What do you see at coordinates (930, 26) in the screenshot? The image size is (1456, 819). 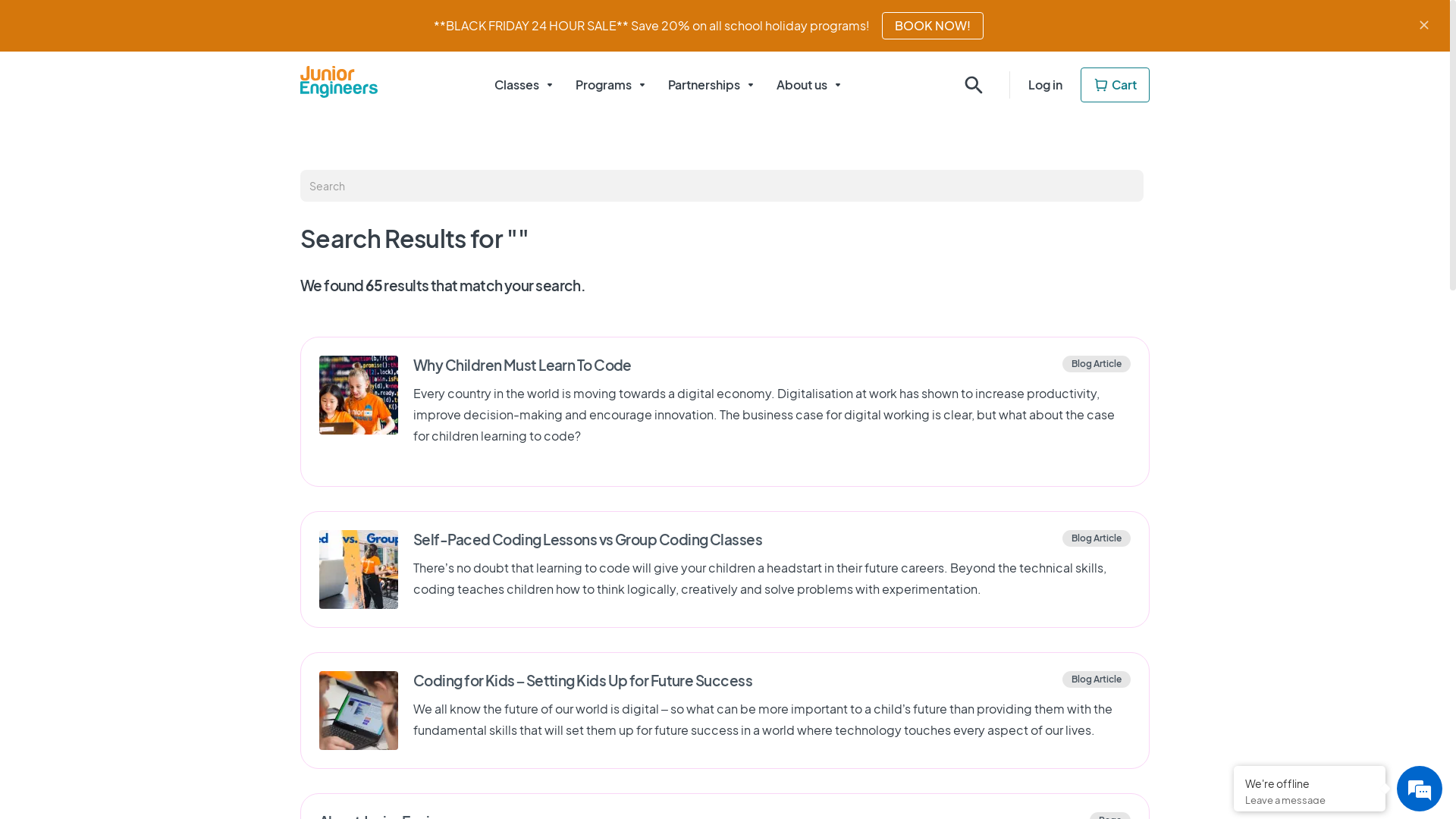 I see `'BOOK NOW!'` at bounding box center [930, 26].